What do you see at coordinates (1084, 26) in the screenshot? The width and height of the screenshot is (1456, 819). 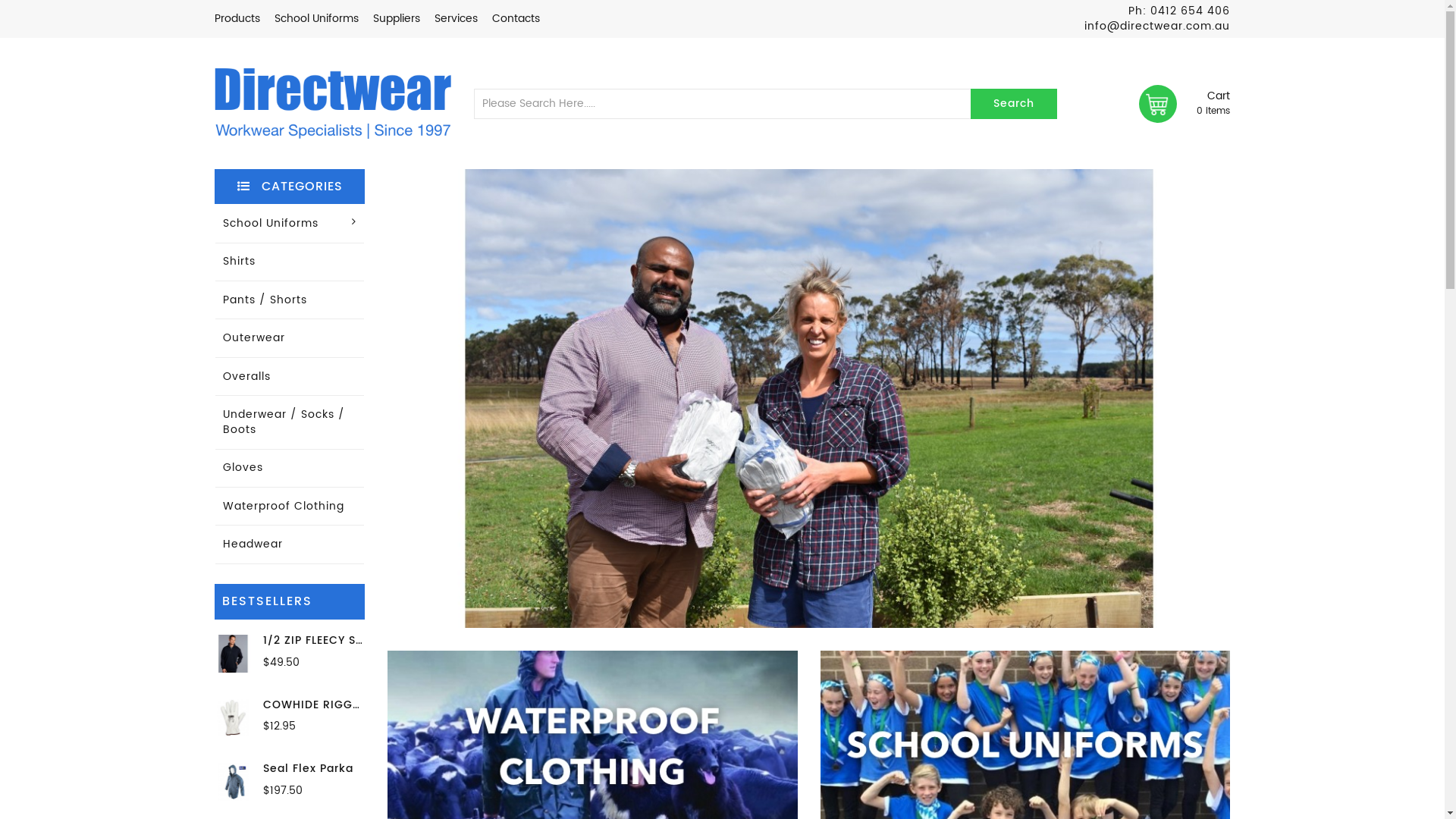 I see `'info@directwear.com.au'` at bounding box center [1084, 26].